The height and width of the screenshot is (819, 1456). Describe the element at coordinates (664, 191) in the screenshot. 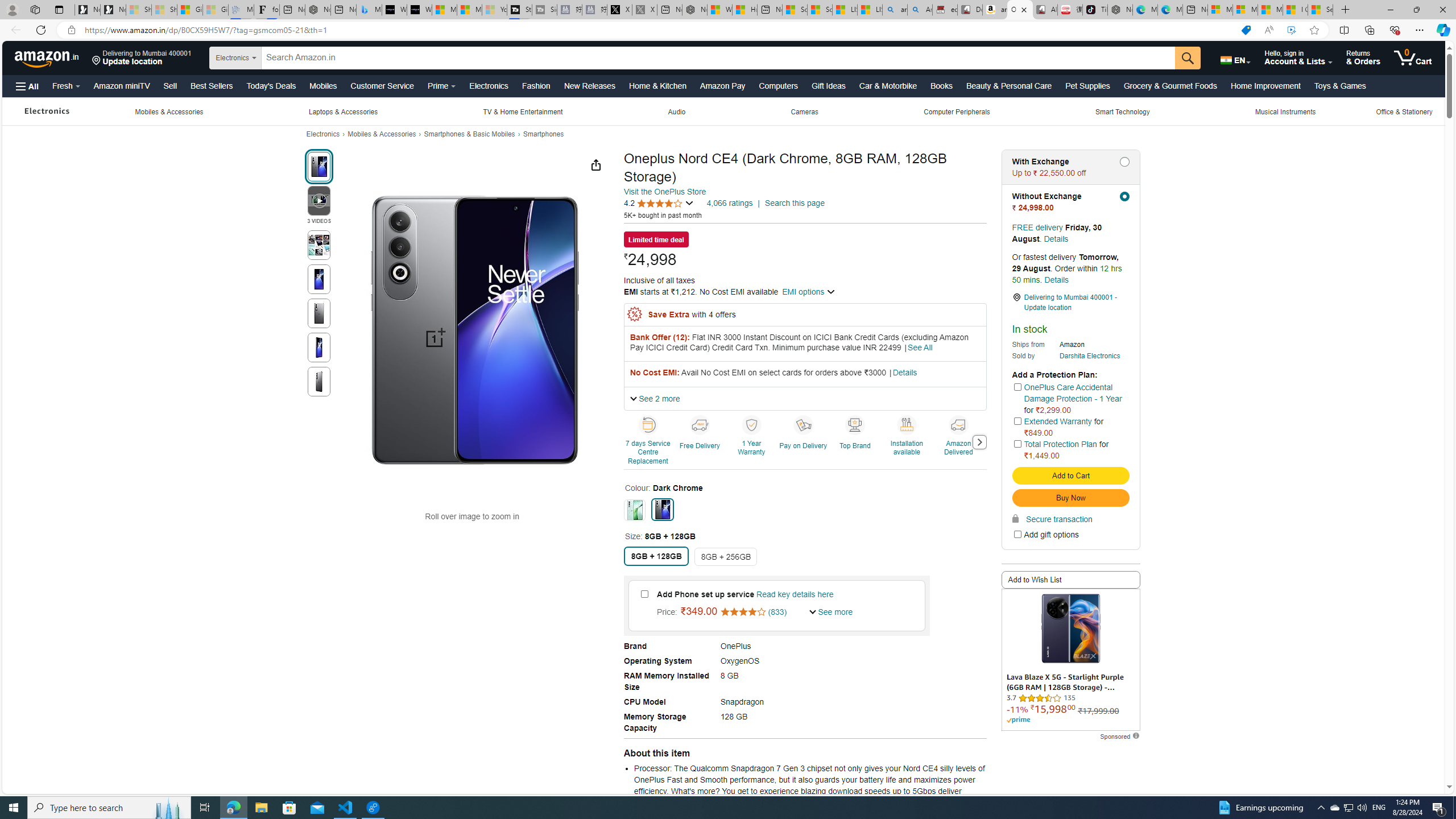

I see `'Visit the OnePlus Store'` at that location.